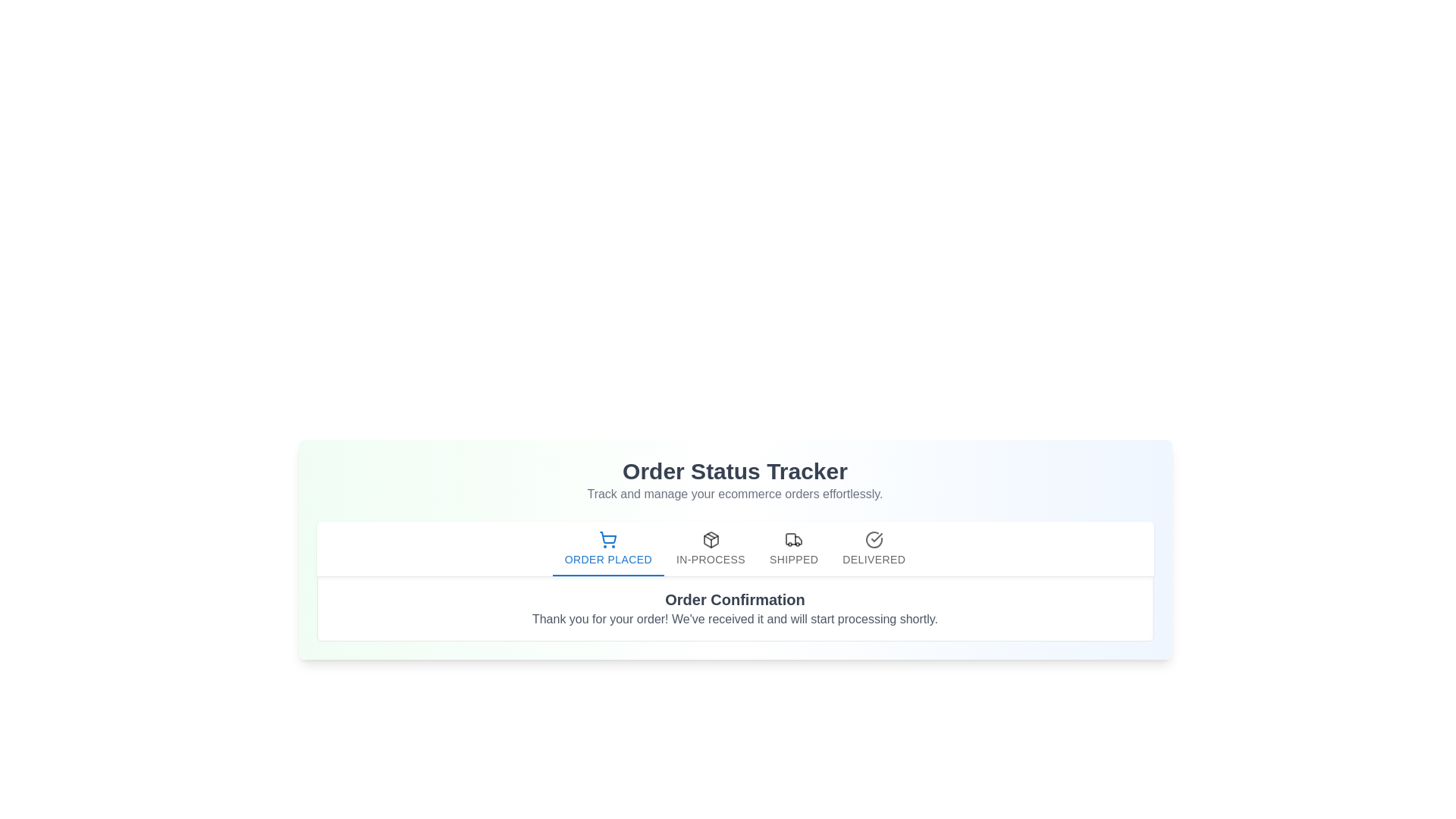 Image resolution: width=1456 pixels, height=819 pixels. Describe the element at coordinates (608, 537) in the screenshot. I see `the leftmost icon in the navigation stepper that indicates the 'Order Placed' status step` at that location.